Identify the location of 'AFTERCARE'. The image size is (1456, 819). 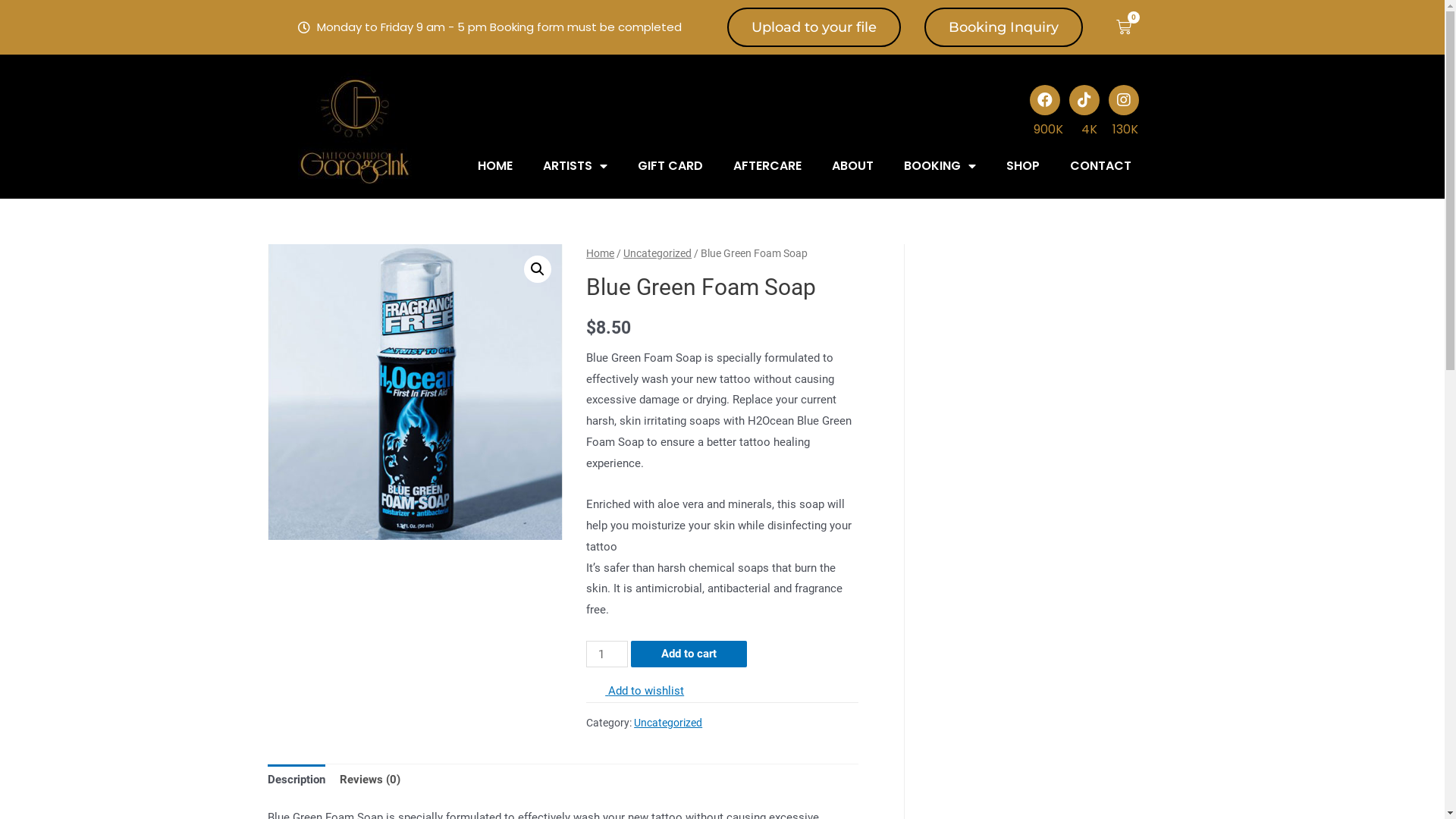
(717, 166).